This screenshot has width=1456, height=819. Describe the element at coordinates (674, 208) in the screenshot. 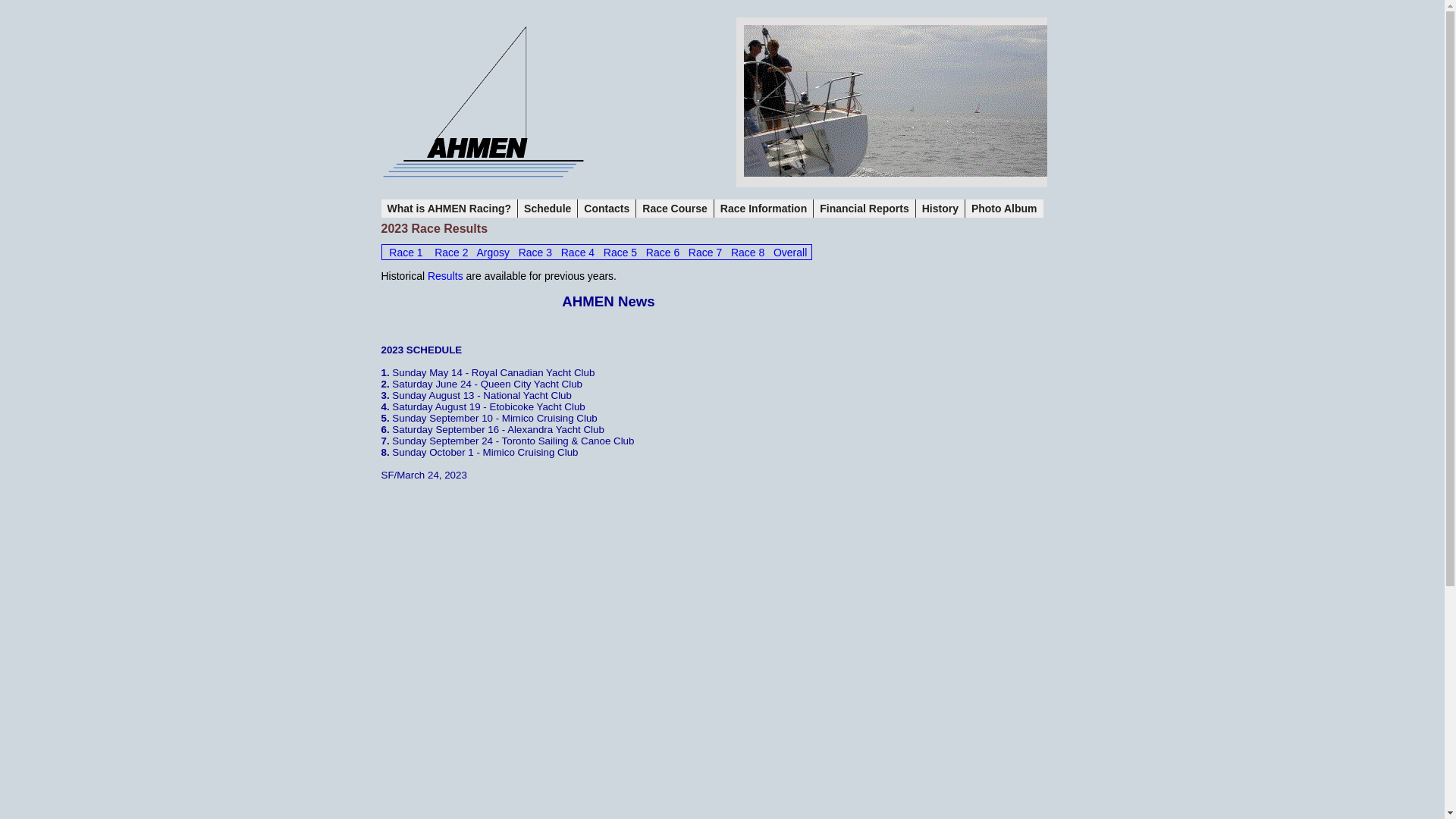

I see `'Race Course'` at that location.